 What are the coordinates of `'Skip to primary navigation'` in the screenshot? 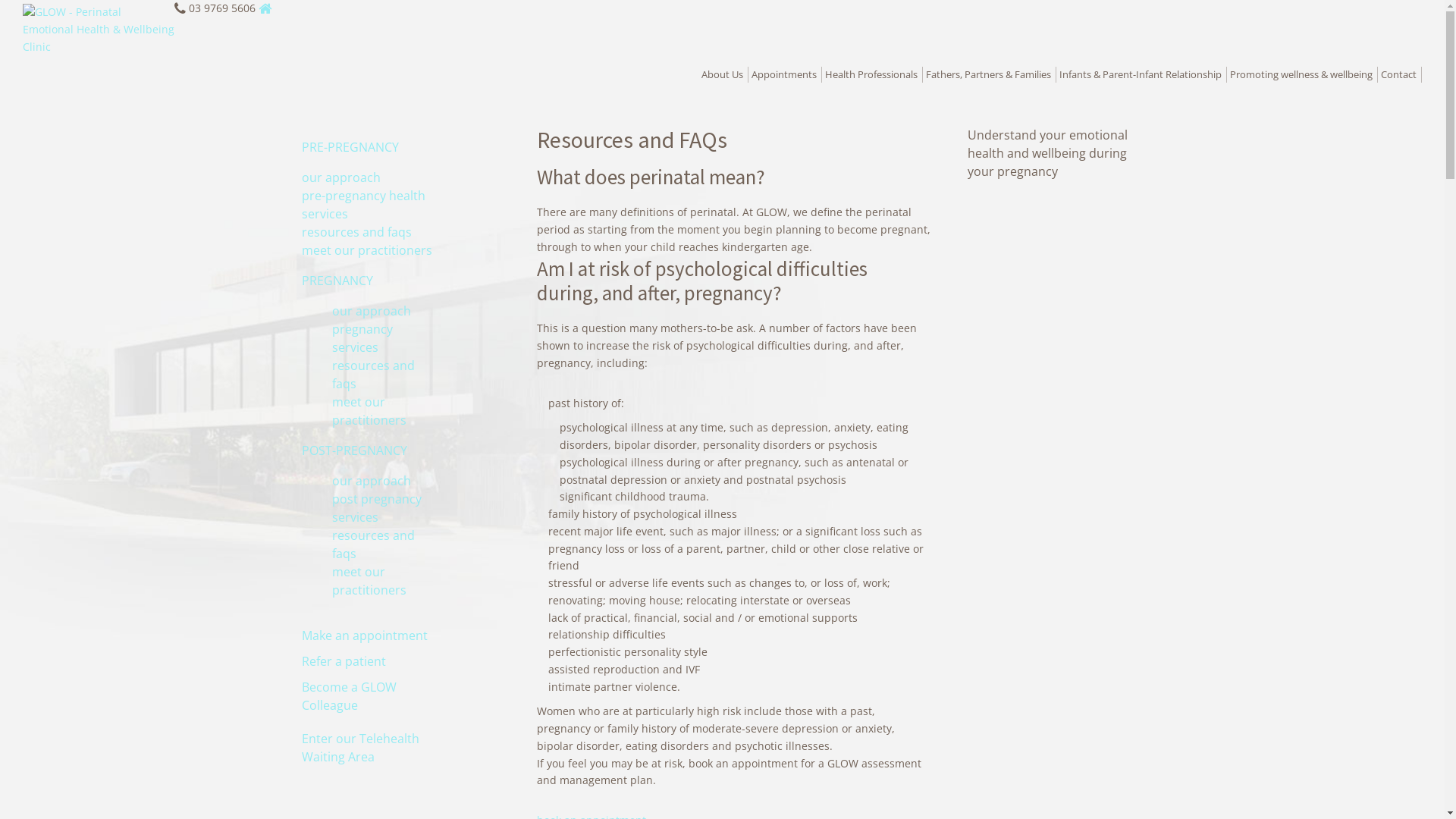 It's located at (0, 0).